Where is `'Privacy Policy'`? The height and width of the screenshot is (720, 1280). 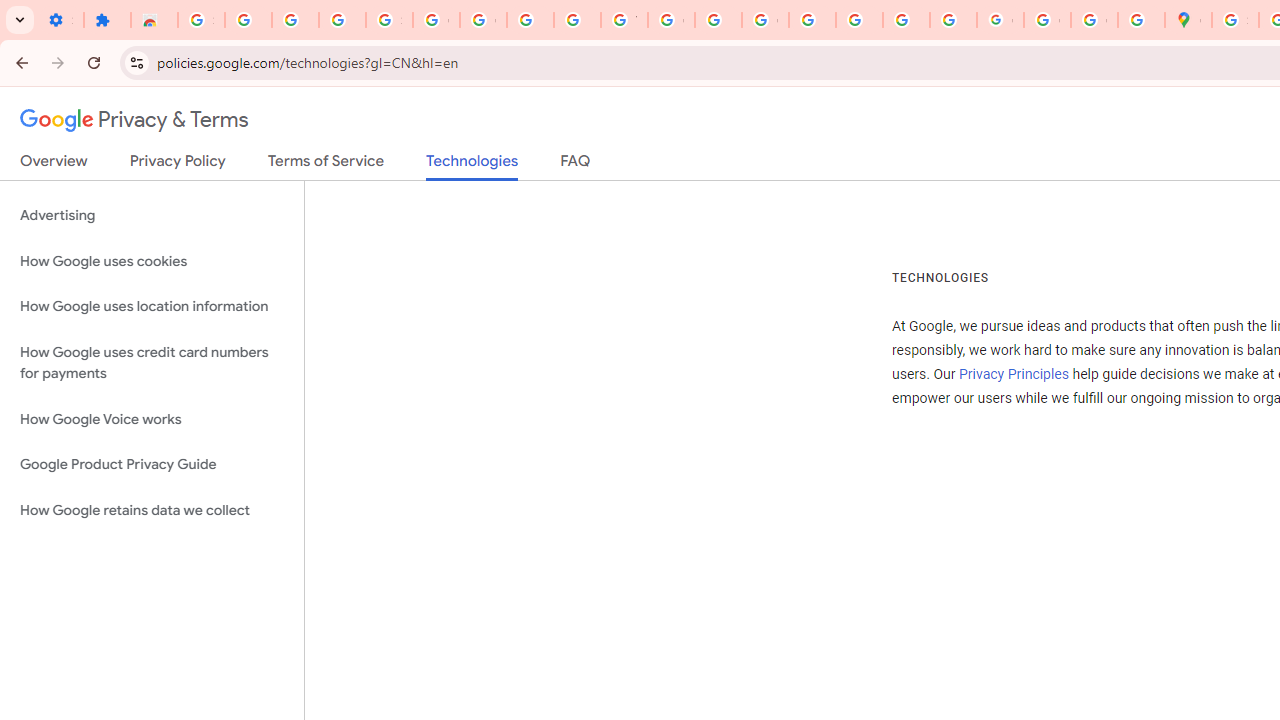
'Privacy Policy' is located at coordinates (177, 164).